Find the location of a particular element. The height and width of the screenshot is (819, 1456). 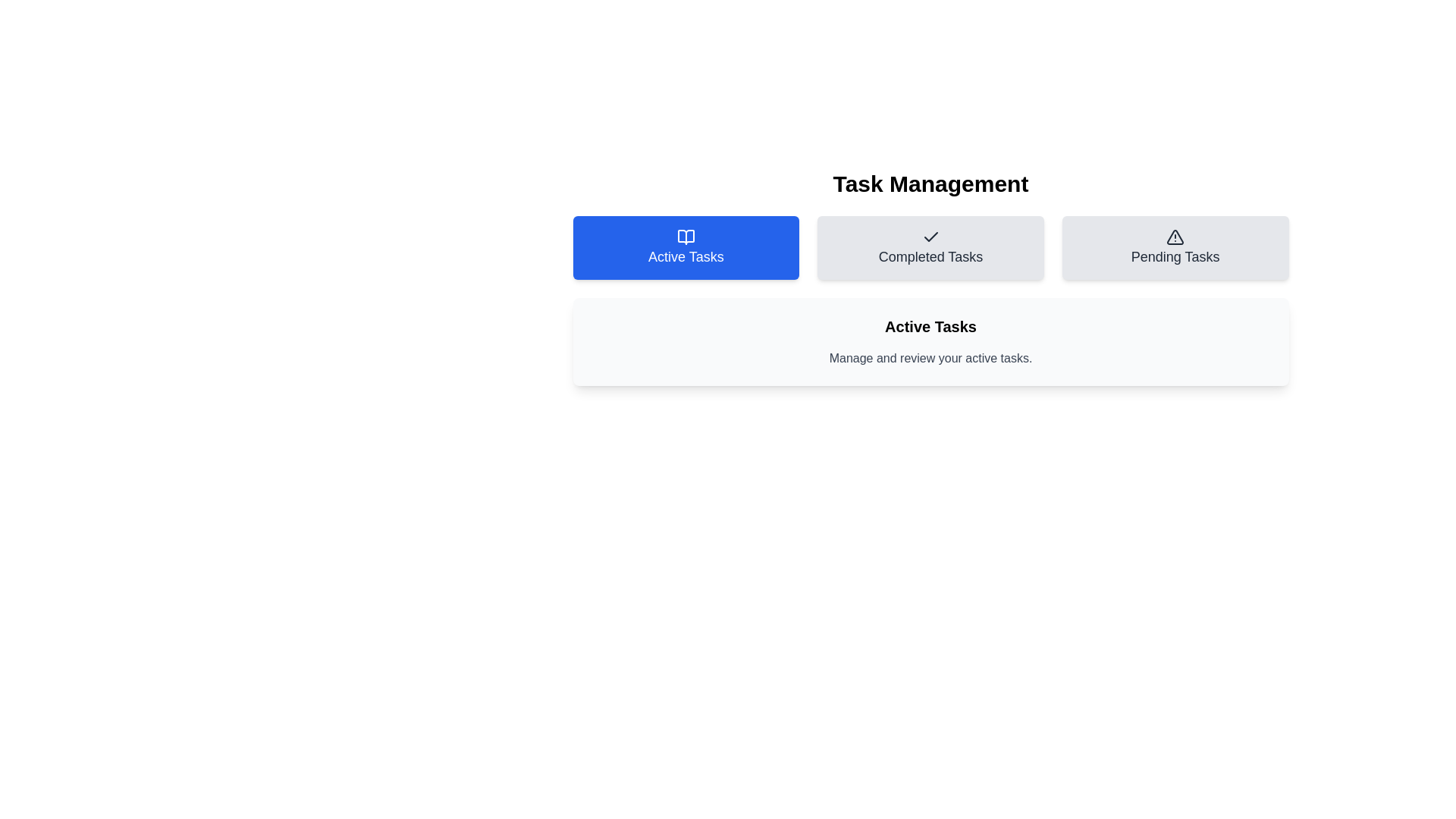

the tab labeled 'Pending Tasks' is located at coordinates (1175, 247).